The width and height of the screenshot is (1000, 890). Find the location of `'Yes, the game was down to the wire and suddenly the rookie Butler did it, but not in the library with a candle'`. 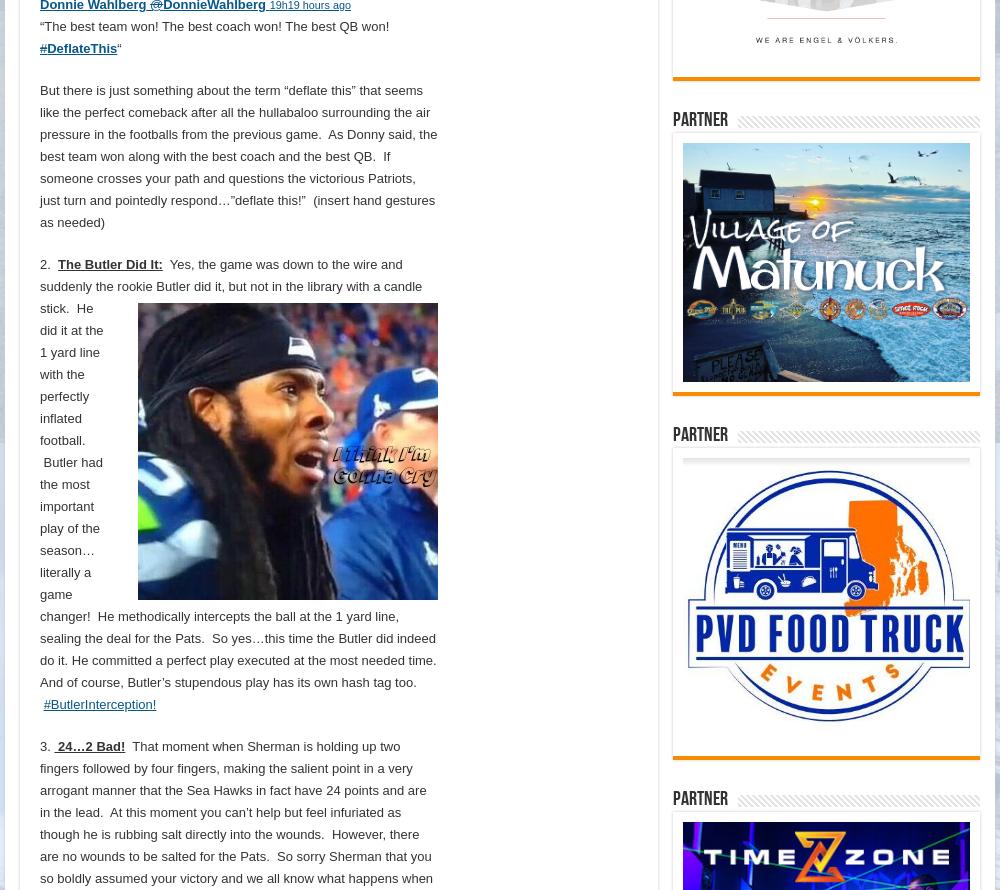

'Yes, the game was down to the wire and suddenly the rookie Butler did it, but not in the library with a candle' is located at coordinates (230, 273).